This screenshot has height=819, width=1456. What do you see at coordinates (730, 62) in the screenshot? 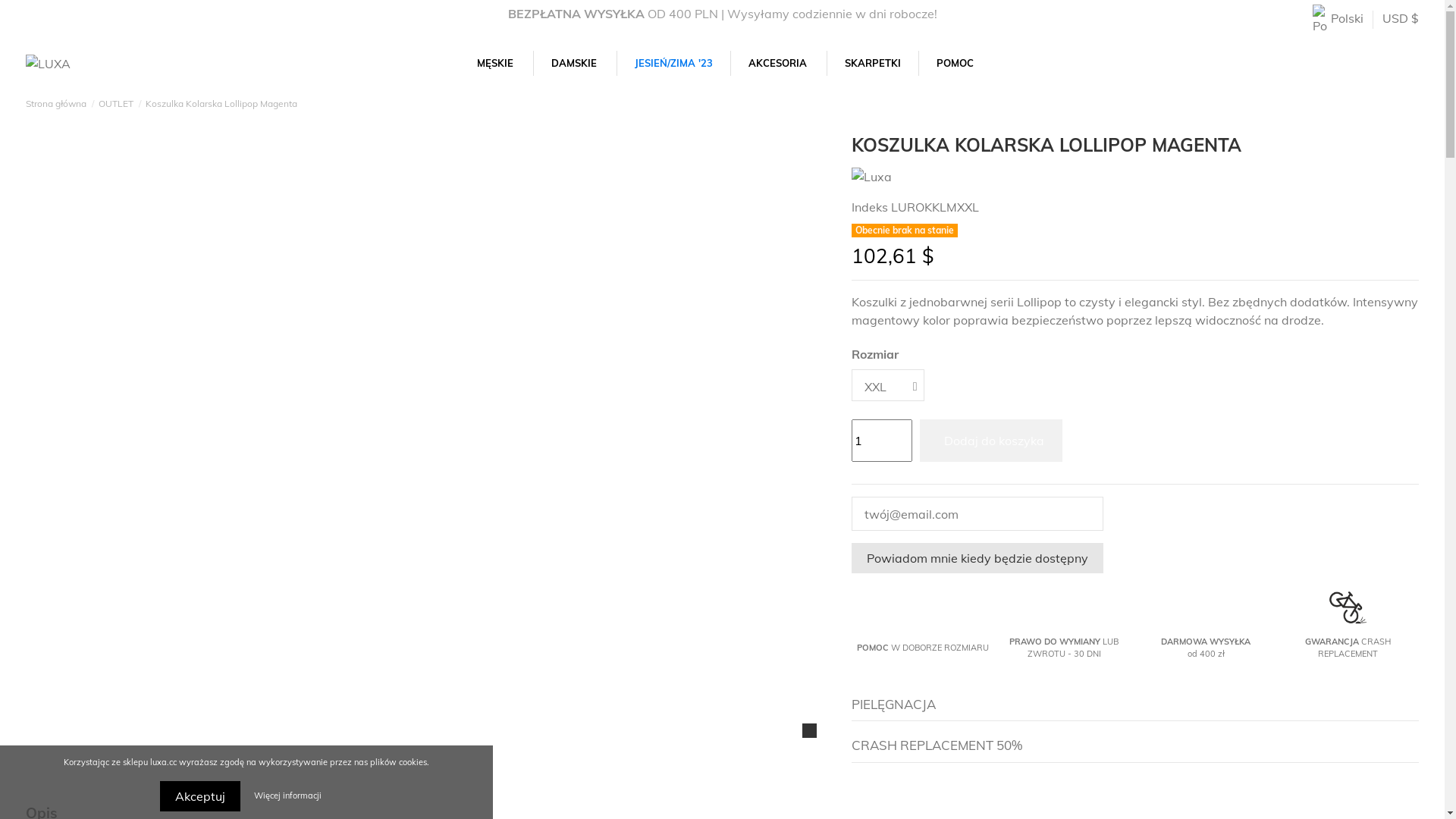
I see `'AKCESORIA'` at bounding box center [730, 62].